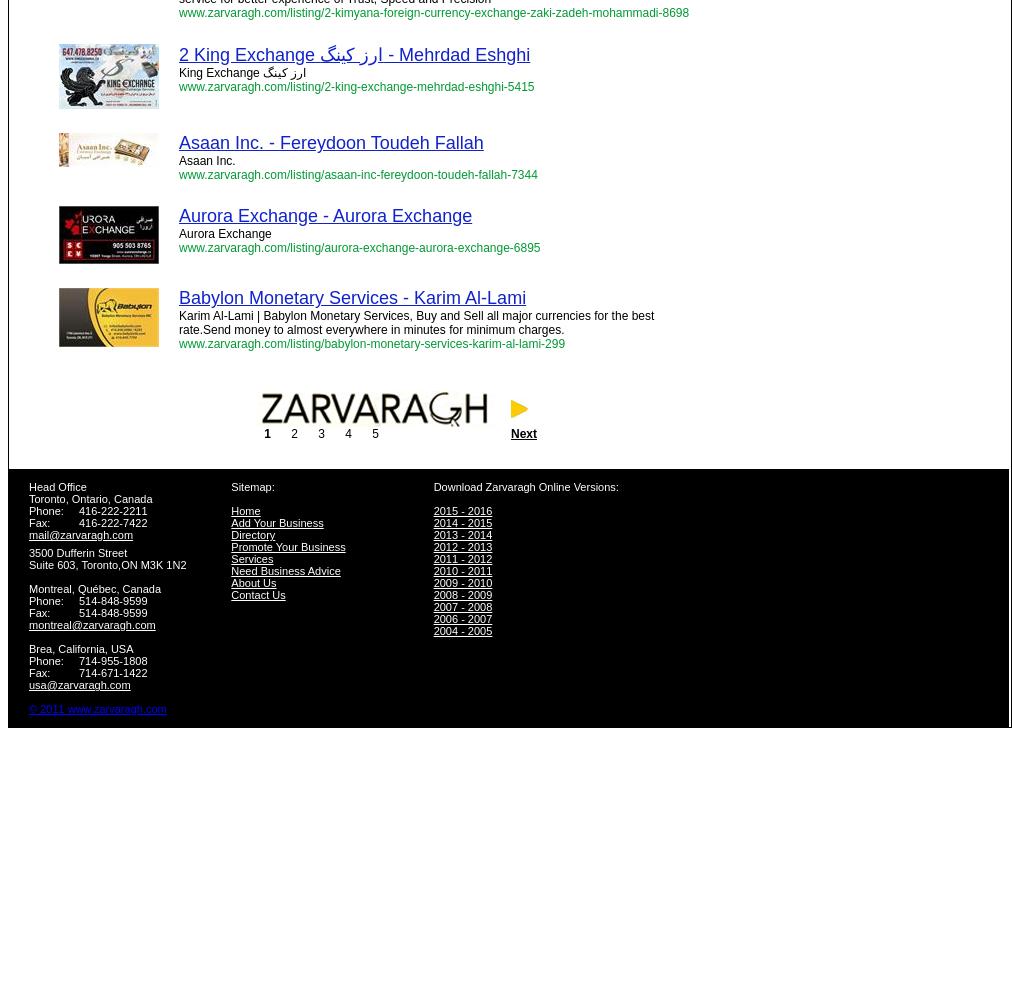 This screenshot has height=1000, width=1012. Describe the element at coordinates (371, 343) in the screenshot. I see `'www.zarvaragh.com/listing/babylon-monetary-services-karim-al-lami-299'` at that location.